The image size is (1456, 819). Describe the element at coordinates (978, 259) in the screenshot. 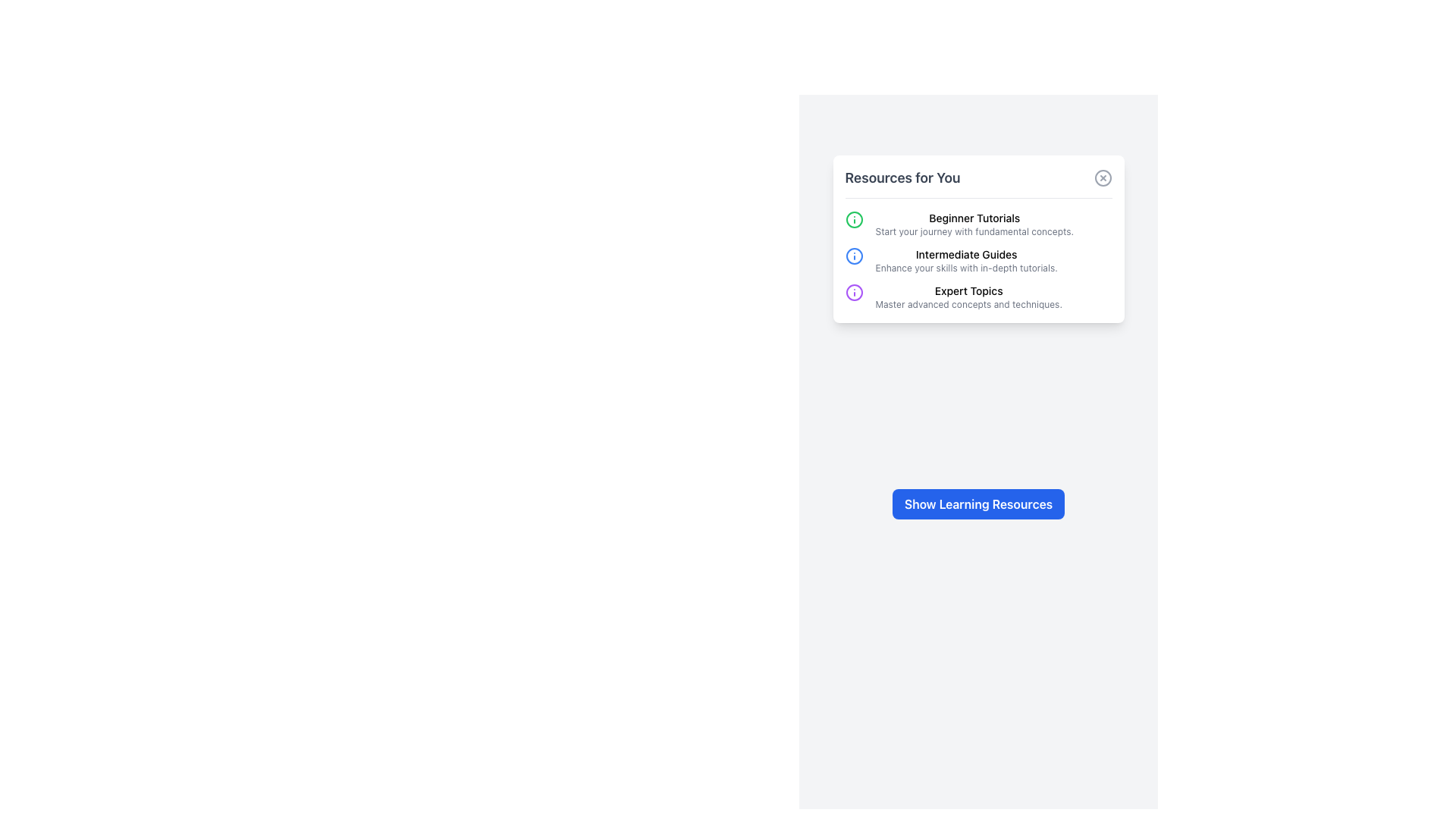

I see `descriptive subtexts of the grouped informational sections in the white card interface containing 'Beginner Tutorials', 'Intermediate Guides', and 'Expert Topics'` at that location.